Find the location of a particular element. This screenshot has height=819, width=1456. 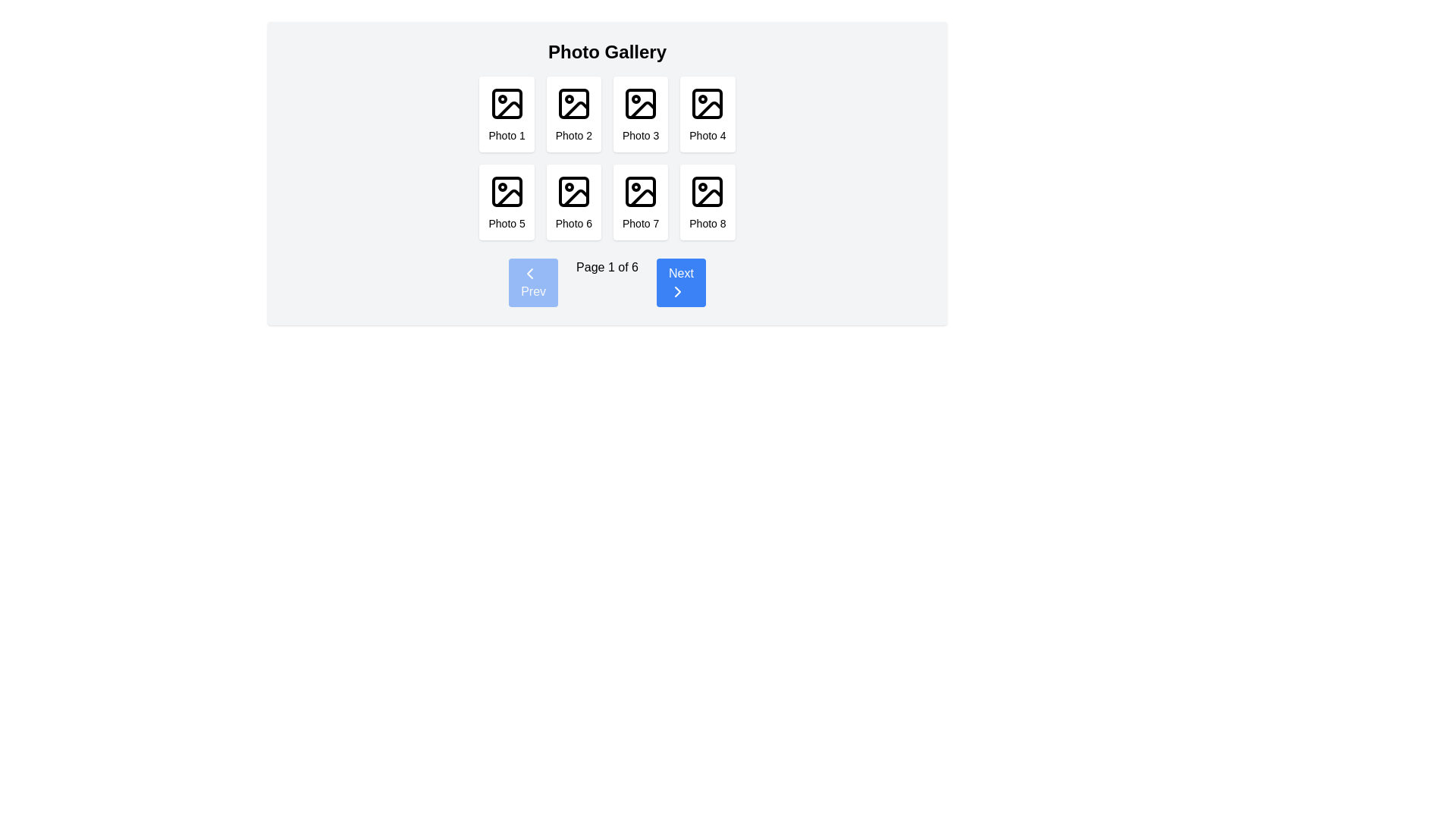

the card element labeled 'Photo 1' in the Photo Gallery as part of multiple selections is located at coordinates (507, 113).